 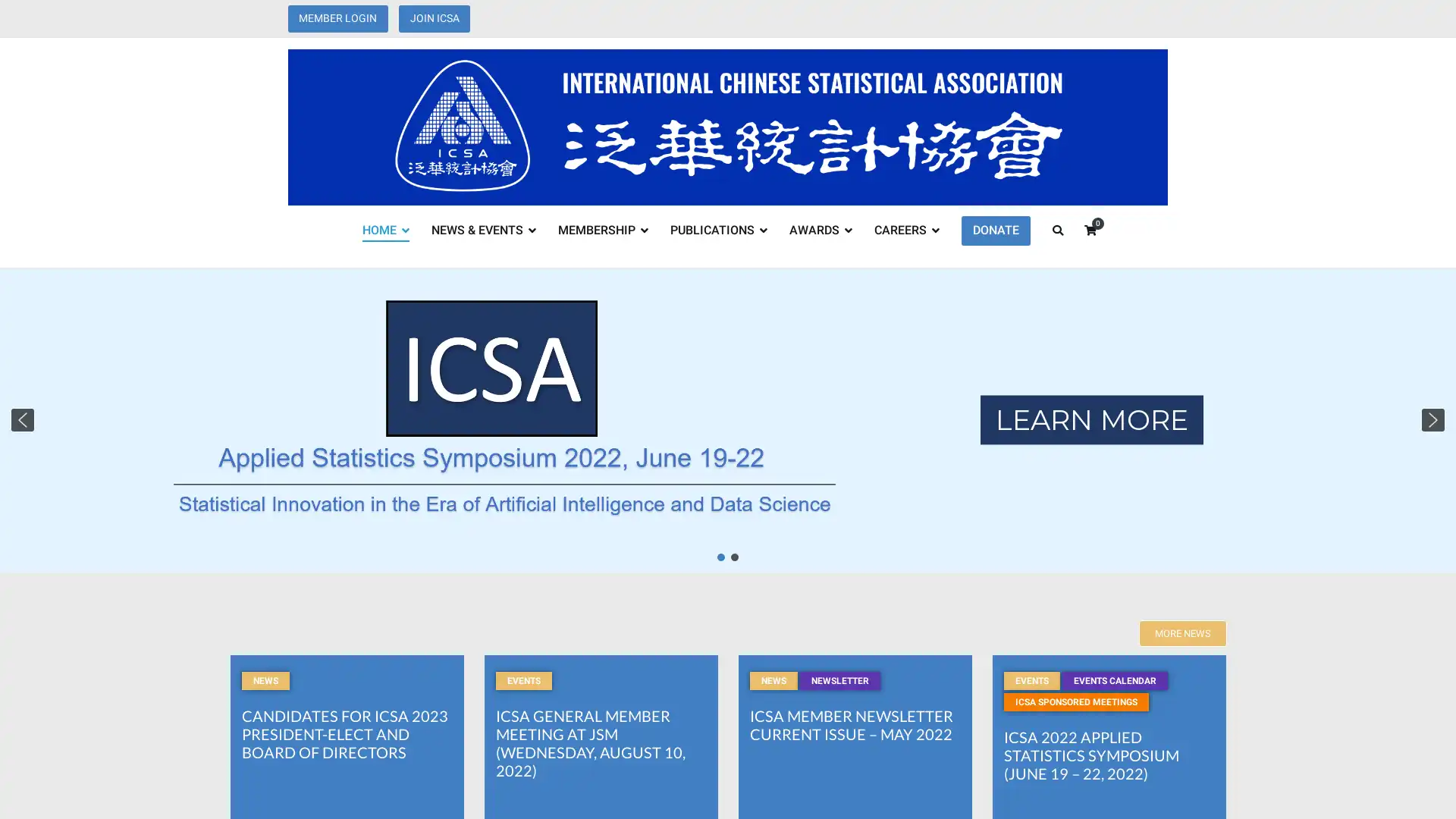 What do you see at coordinates (1182, 632) in the screenshot?
I see `MORE NEWS` at bounding box center [1182, 632].